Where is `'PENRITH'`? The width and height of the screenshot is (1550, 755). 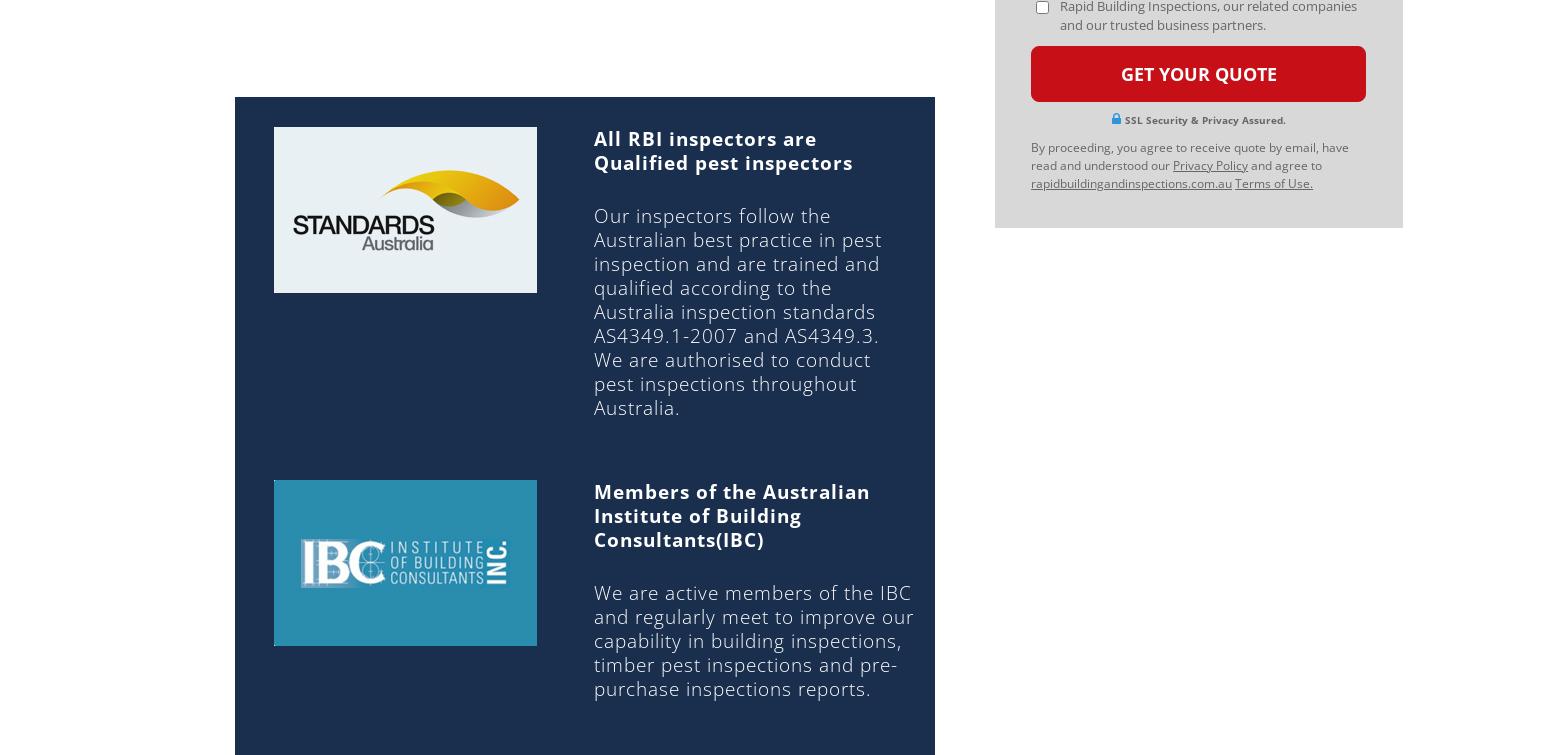 'PENRITH' is located at coordinates (822, 404).